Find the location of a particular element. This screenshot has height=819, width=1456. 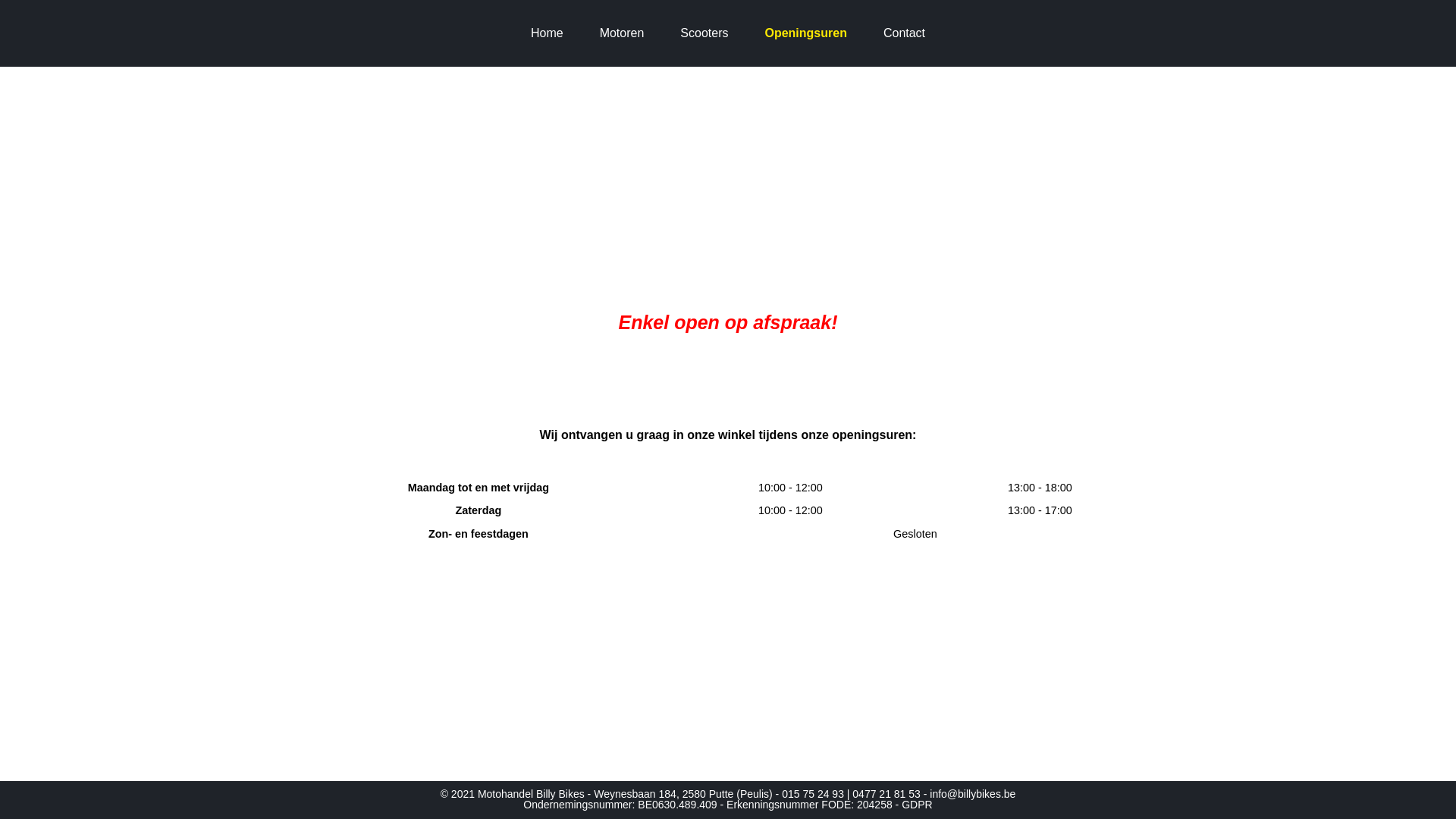

'GDPR' is located at coordinates (916, 803).